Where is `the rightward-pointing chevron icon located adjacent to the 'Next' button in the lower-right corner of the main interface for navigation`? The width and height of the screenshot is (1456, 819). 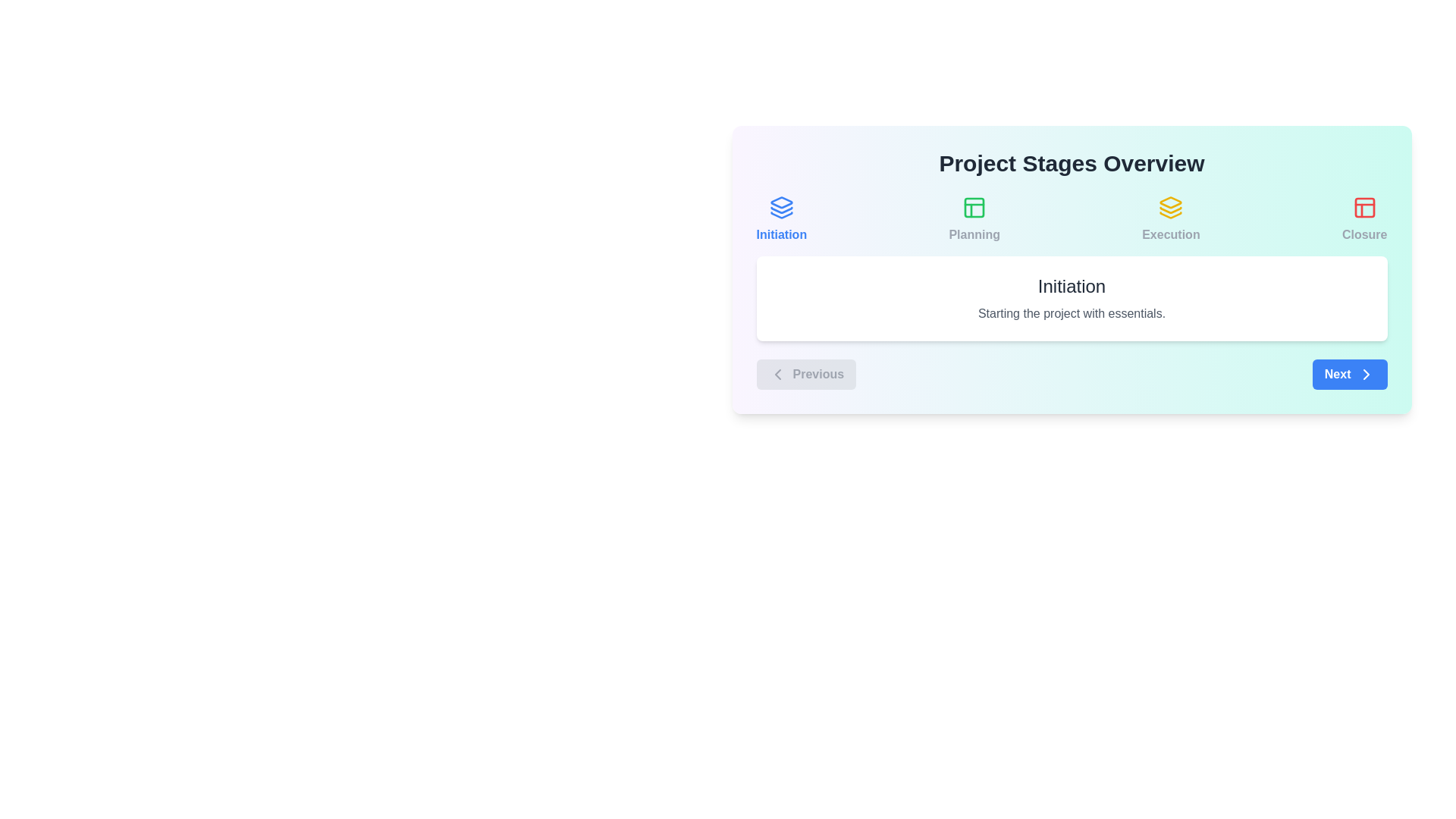
the rightward-pointing chevron icon located adjacent to the 'Next' button in the lower-right corner of the main interface for navigation is located at coordinates (1366, 374).